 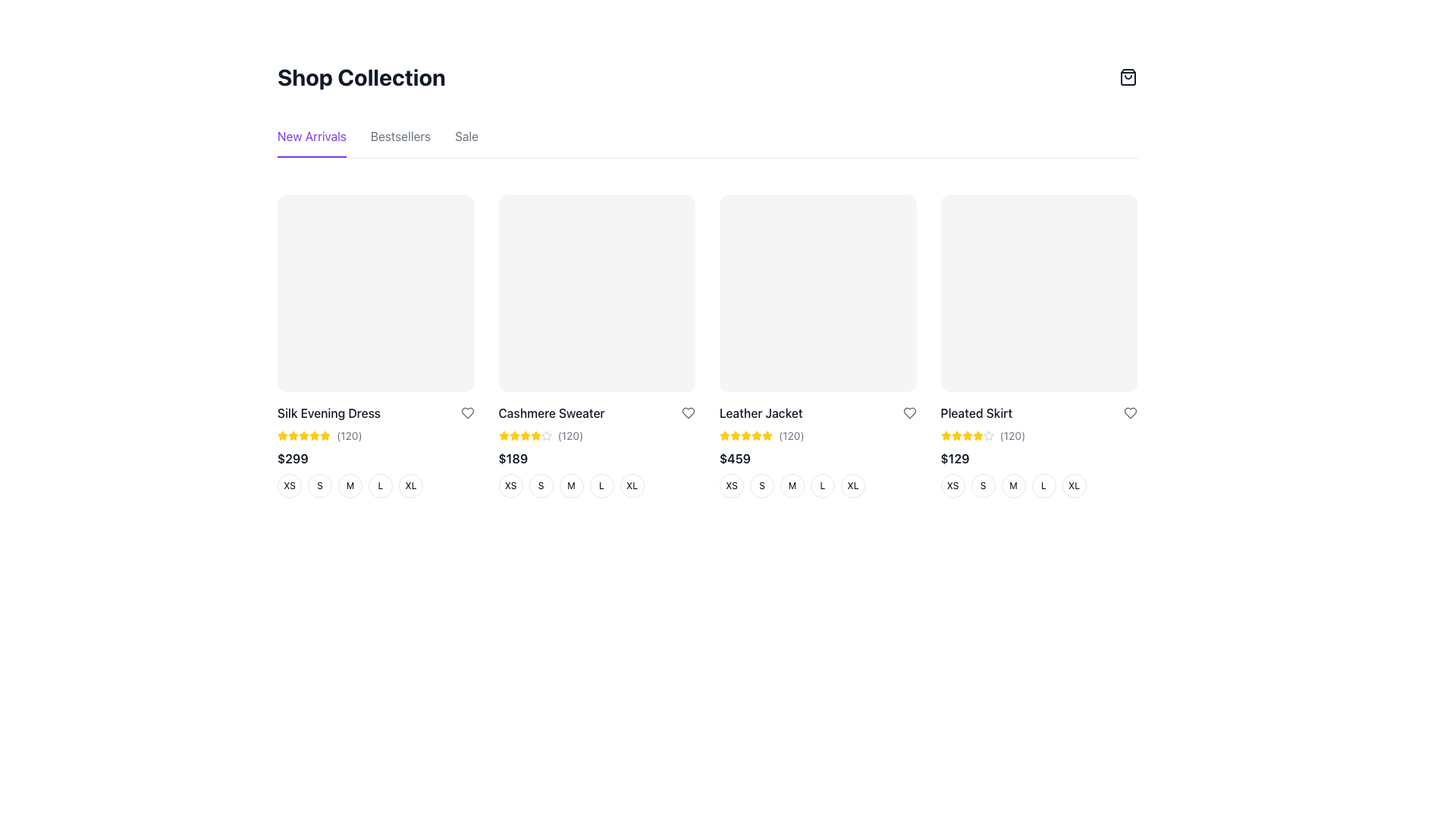 What do you see at coordinates (817, 435) in the screenshot?
I see `number of reviews from the Rating display located above the price '$459' and below the product name in the 'Leather Jacket' product card` at bounding box center [817, 435].